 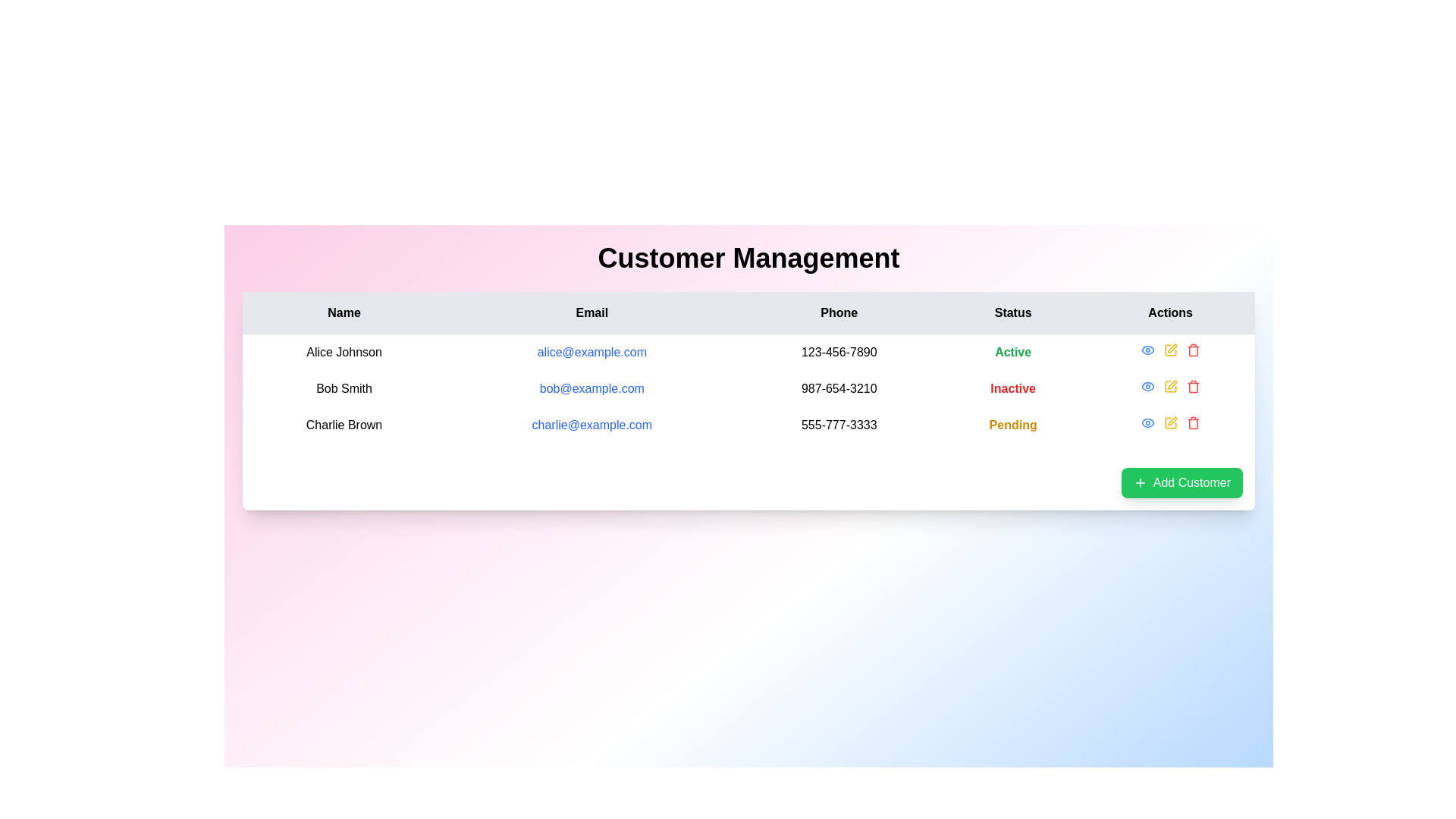 What do you see at coordinates (1147, 350) in the screenshot?
I see `the blue-colored eye-shaped icon button in the 'Actions' column for 'Bob Smith'` at bounding box center [1147, 350].